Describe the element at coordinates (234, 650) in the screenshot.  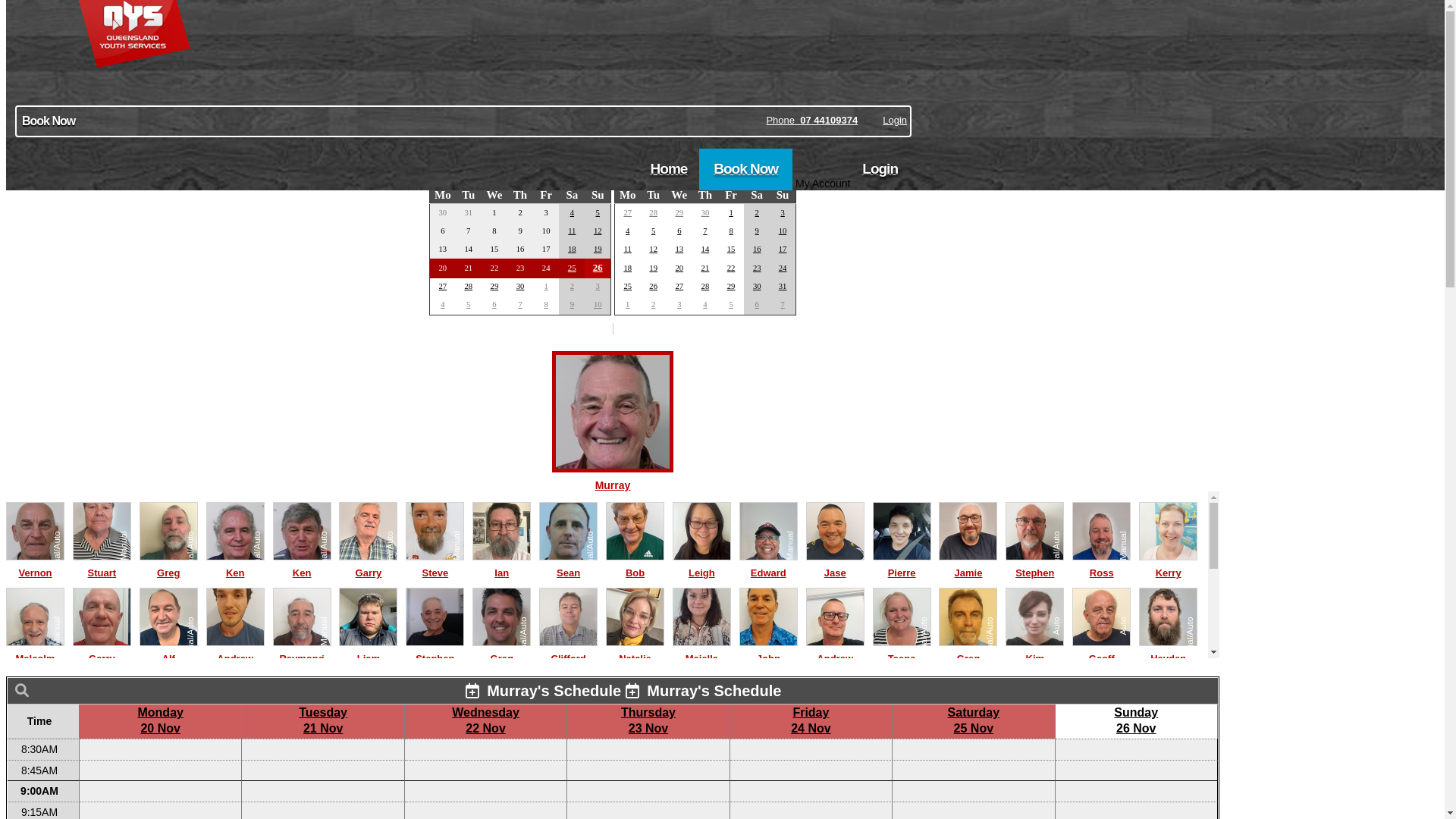
I see `'Andrew'` at that location.